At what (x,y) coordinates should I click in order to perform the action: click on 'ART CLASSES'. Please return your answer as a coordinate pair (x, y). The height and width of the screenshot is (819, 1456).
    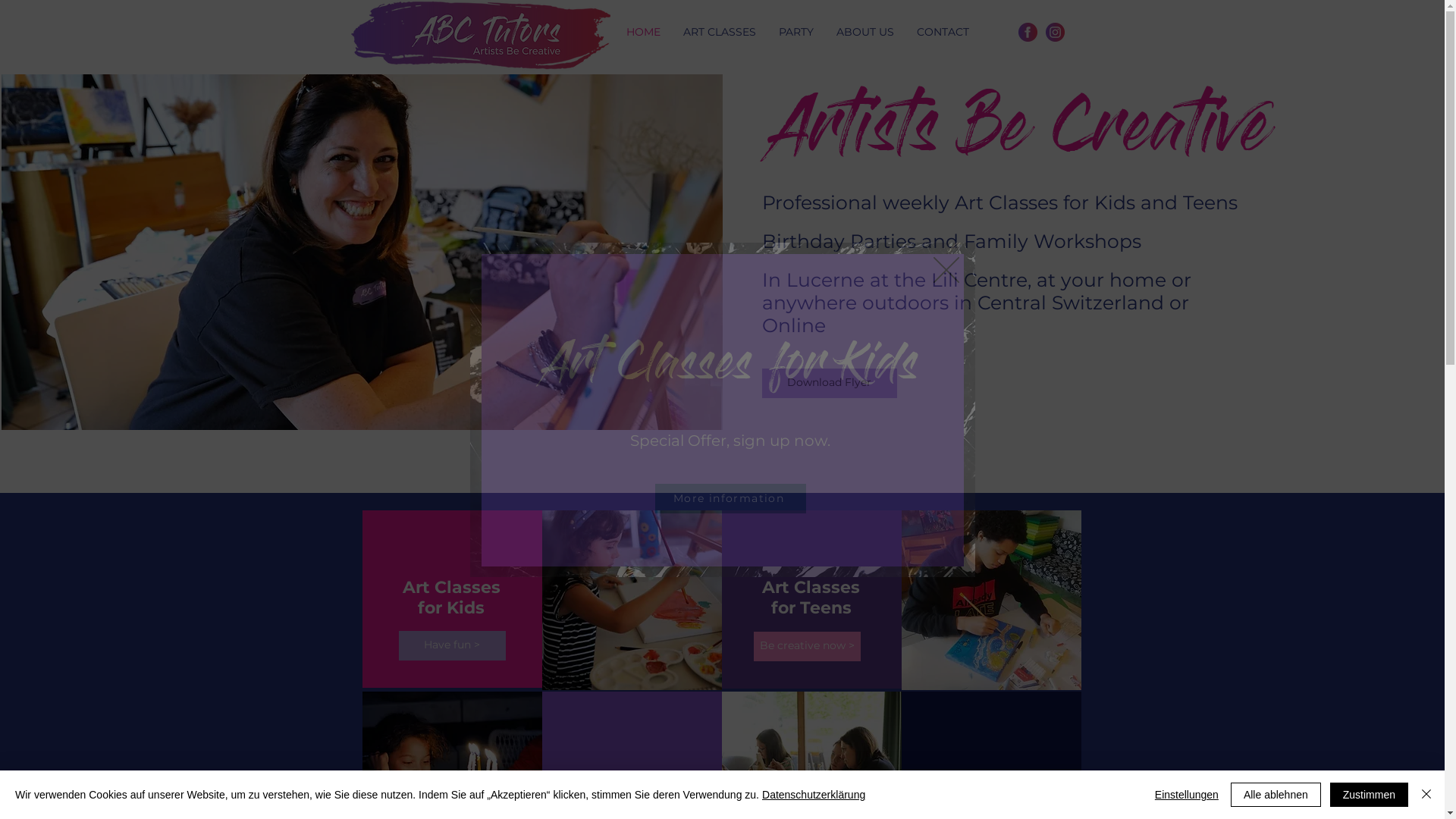
    Looking at the image, I should click on (719, 32).